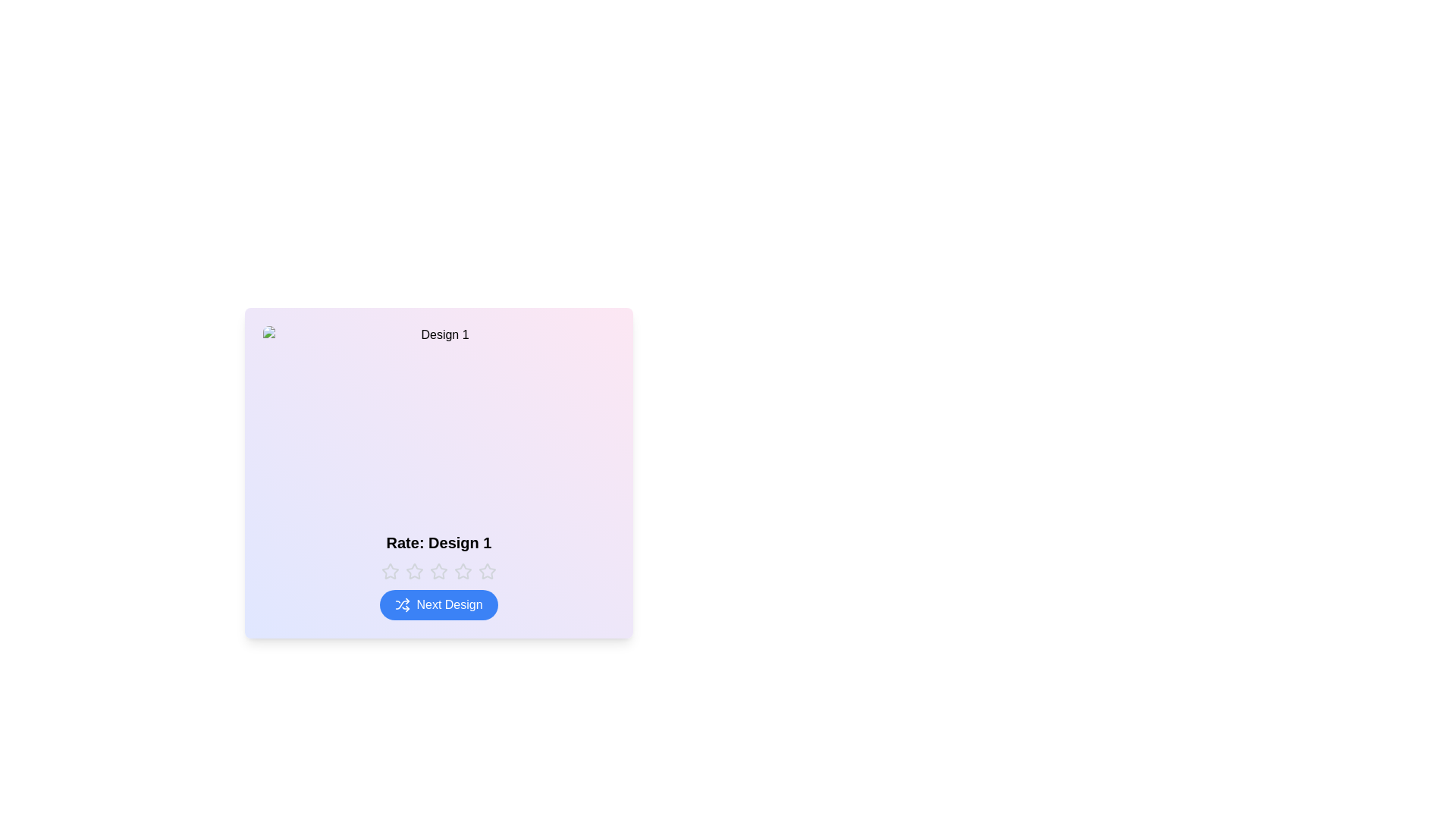 Image resolution: width=1456 pixels, height=819 pixels. I want to click on the rating to 1 stars by clicking the corresponding star, so click(390, 571).